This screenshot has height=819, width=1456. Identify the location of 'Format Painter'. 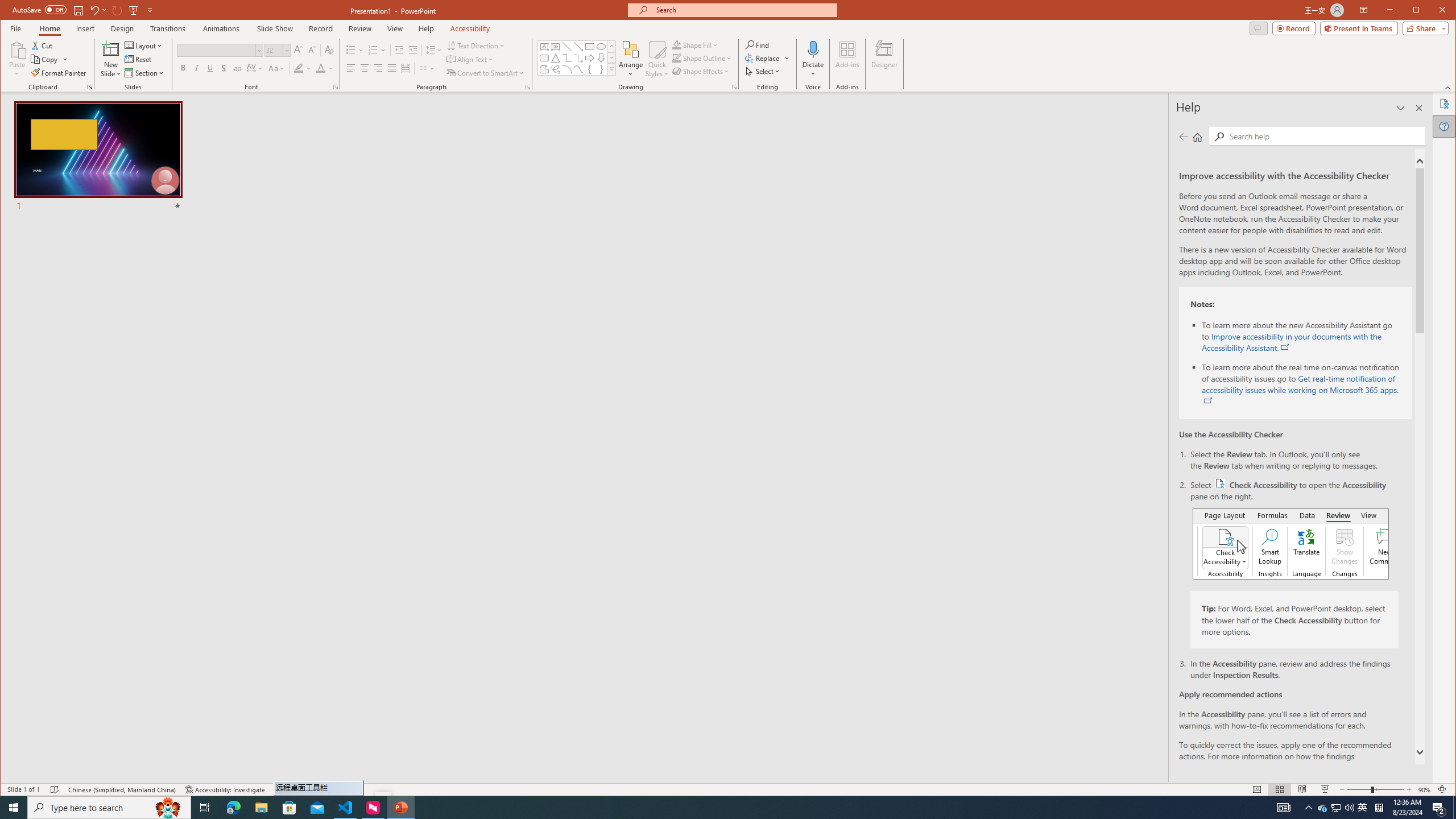
(59, 72).